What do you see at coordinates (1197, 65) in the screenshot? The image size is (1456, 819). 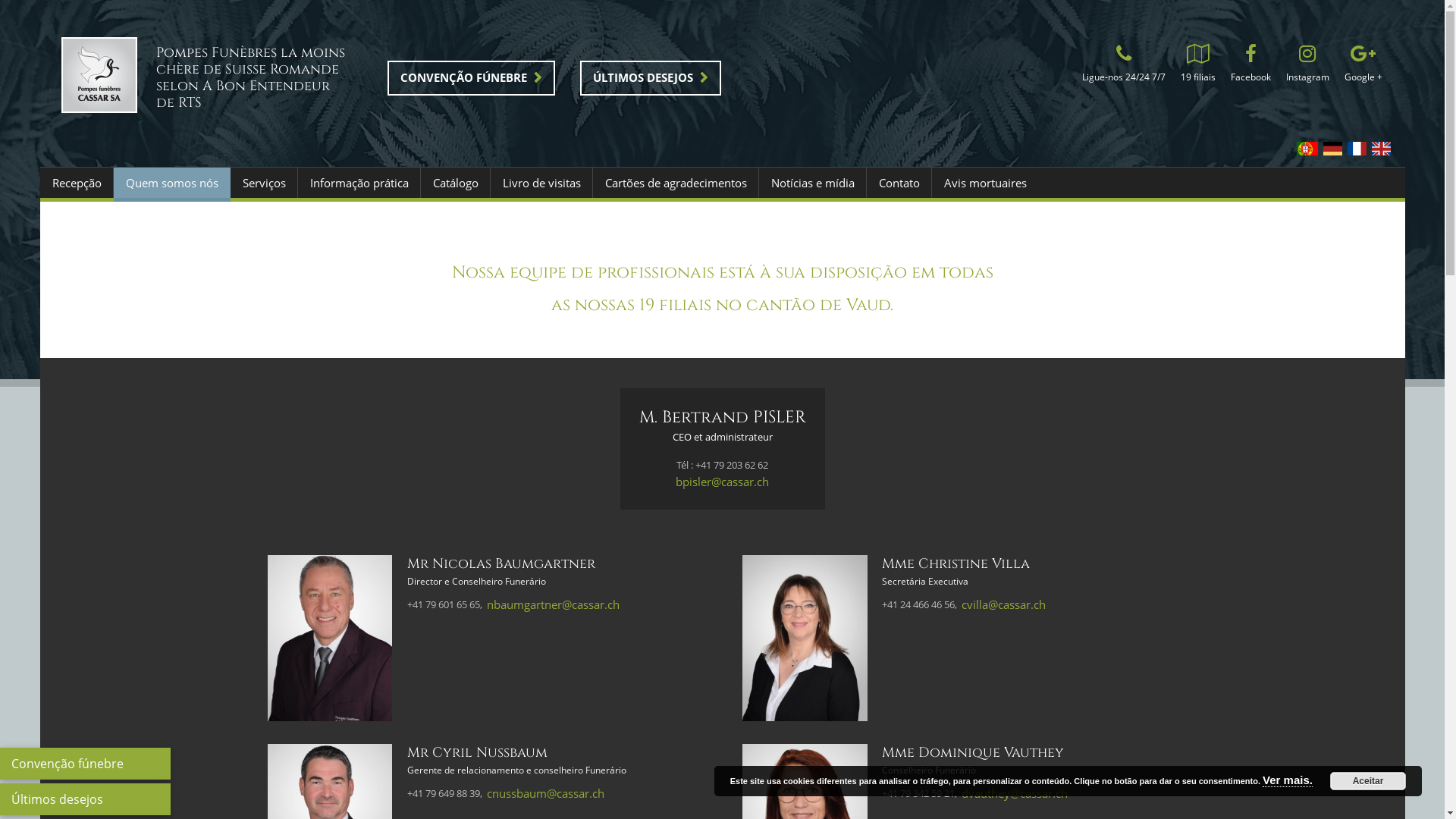 I see `'19 filiais'` at bounding box center [1197, 65].